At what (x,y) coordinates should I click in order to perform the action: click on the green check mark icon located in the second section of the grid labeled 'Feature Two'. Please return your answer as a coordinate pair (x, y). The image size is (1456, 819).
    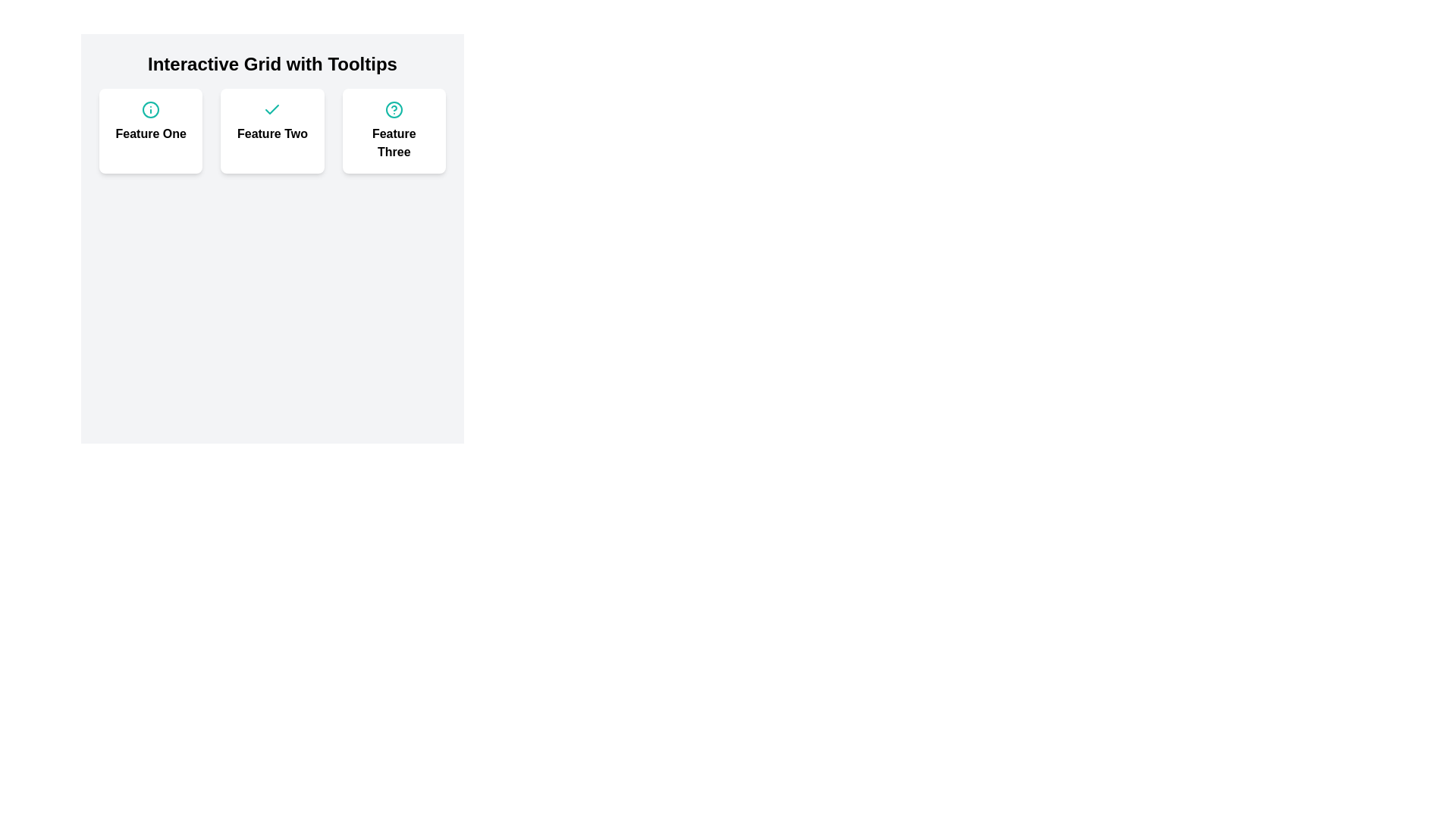
    Looking at the image, I should click on (272, 108).